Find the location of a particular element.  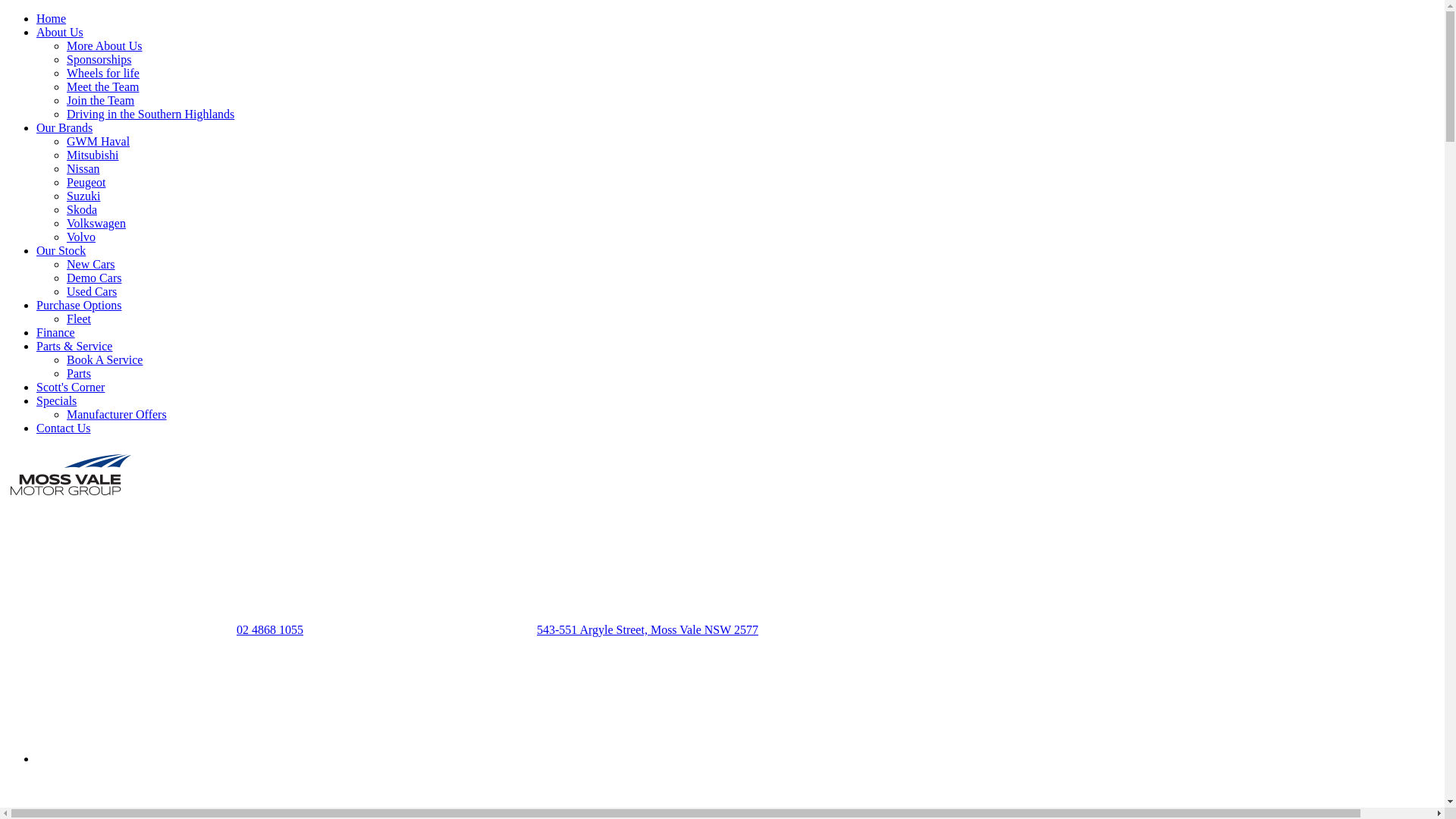

'More About Us' is located at coordinates (104, 45).